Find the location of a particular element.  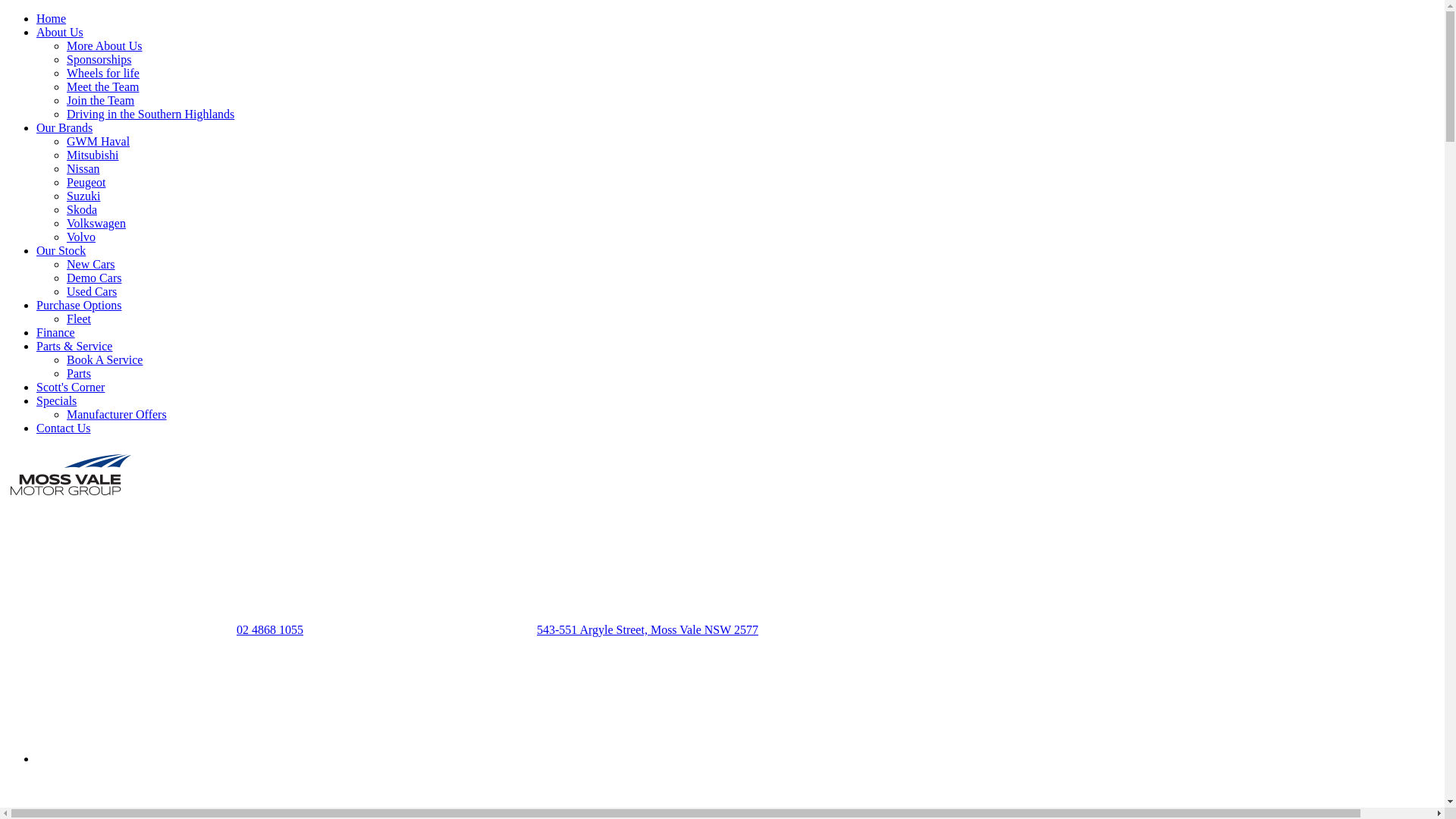

'More About Us' is located at coordinates (104, 45).